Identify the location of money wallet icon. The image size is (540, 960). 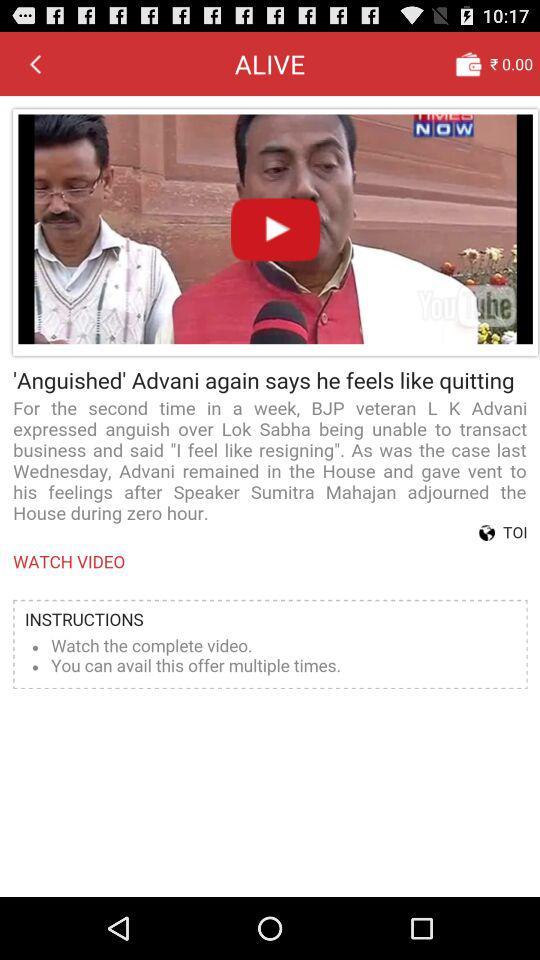
(468, 63).